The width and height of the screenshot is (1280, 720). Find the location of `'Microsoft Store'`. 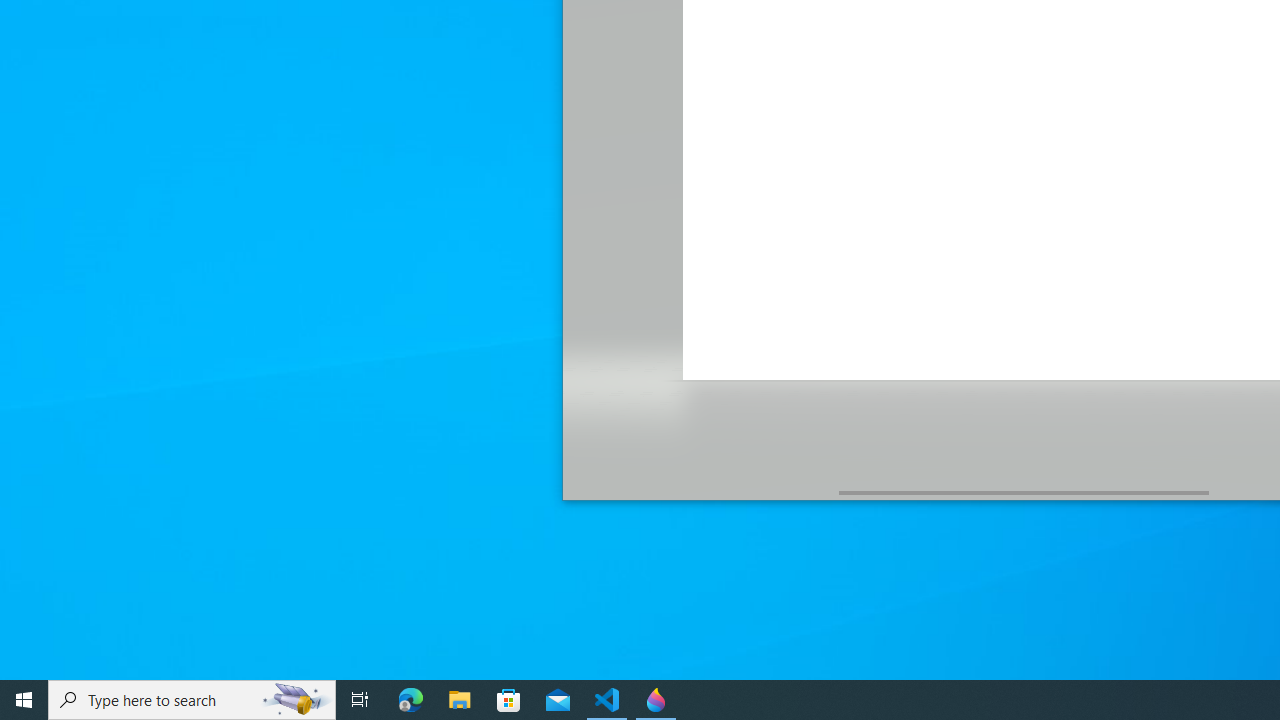

'Microsoft Store' is located at coordinates (509, 698).